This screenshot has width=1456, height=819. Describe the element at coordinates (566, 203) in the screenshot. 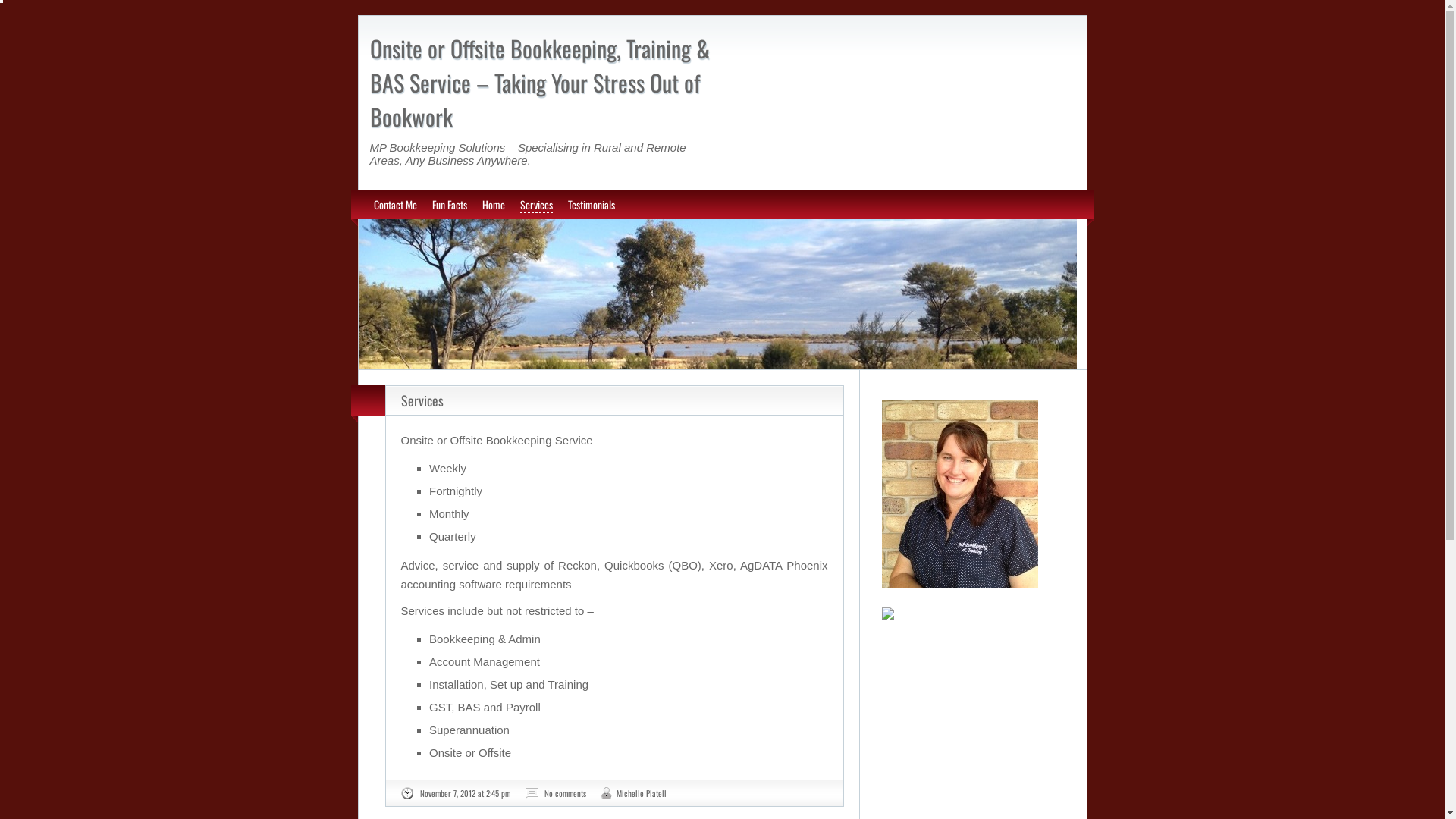

I see `'Testimonials'` at that location.